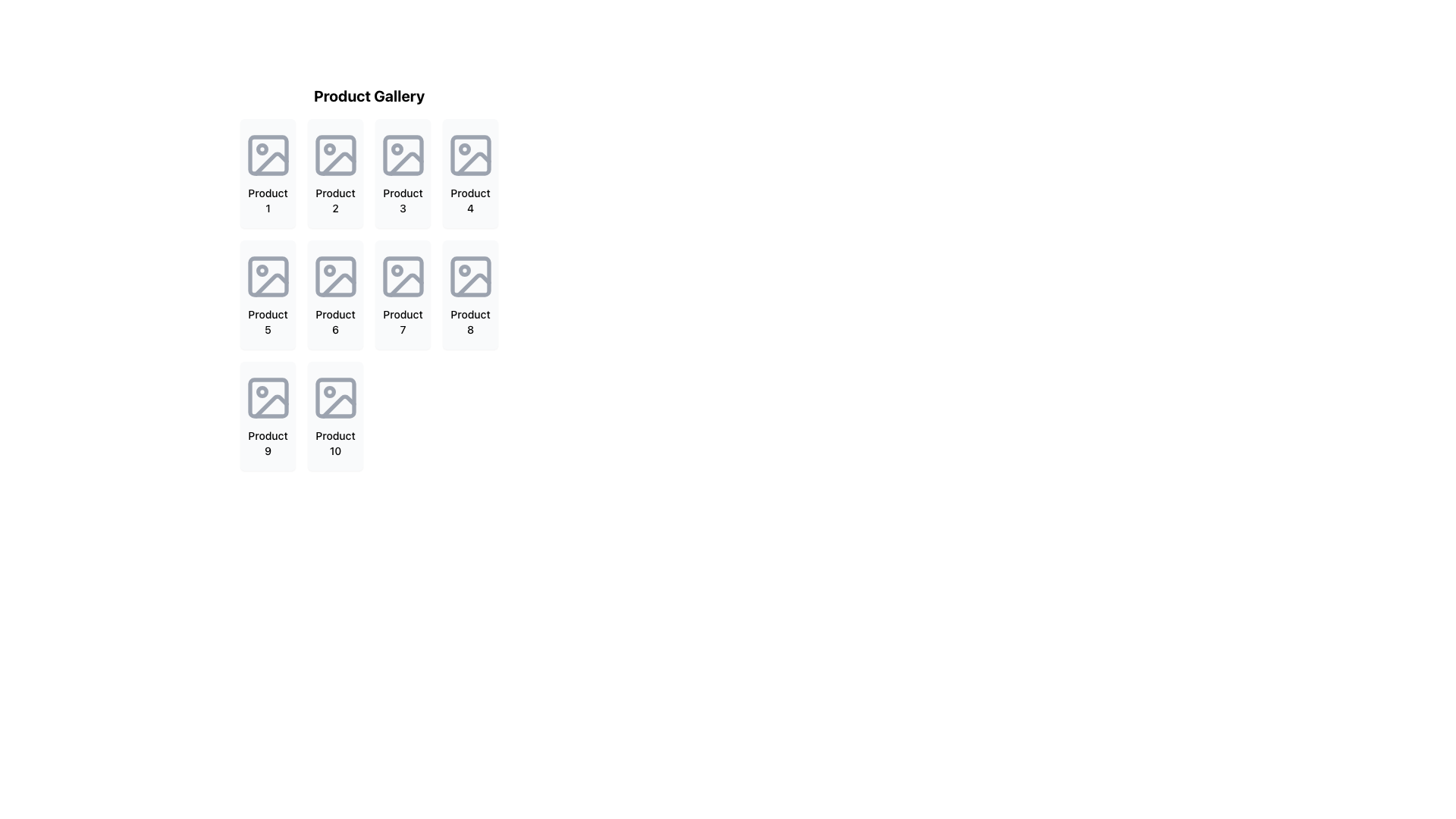  Describe the element at coordinates (369, 278) in the screenshot. I see `the image placeholder of the product card located in the 'Product Gallery' section, specifically the seventh element in the grid` at that location.